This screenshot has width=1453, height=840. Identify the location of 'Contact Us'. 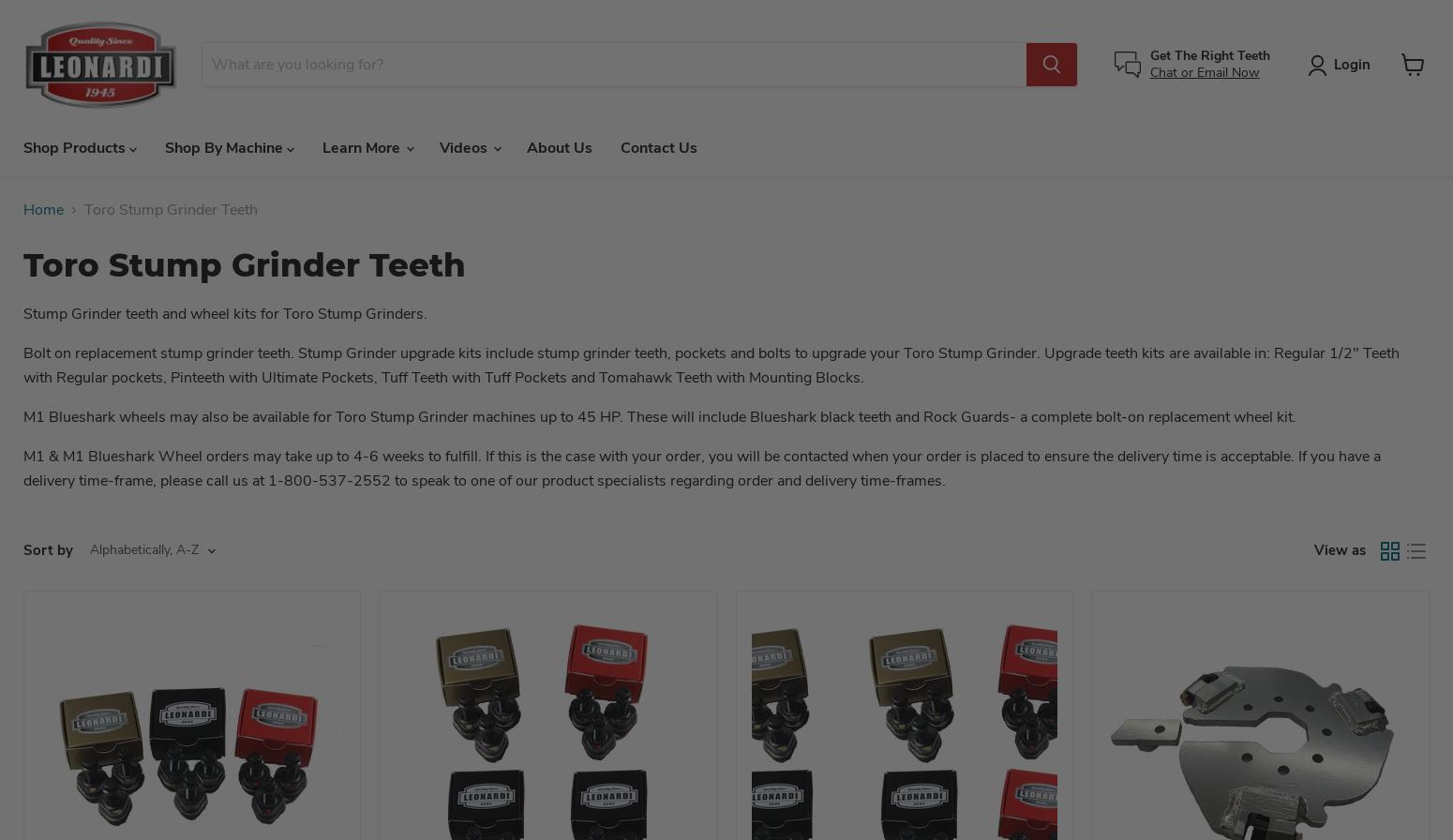
(658, 146).